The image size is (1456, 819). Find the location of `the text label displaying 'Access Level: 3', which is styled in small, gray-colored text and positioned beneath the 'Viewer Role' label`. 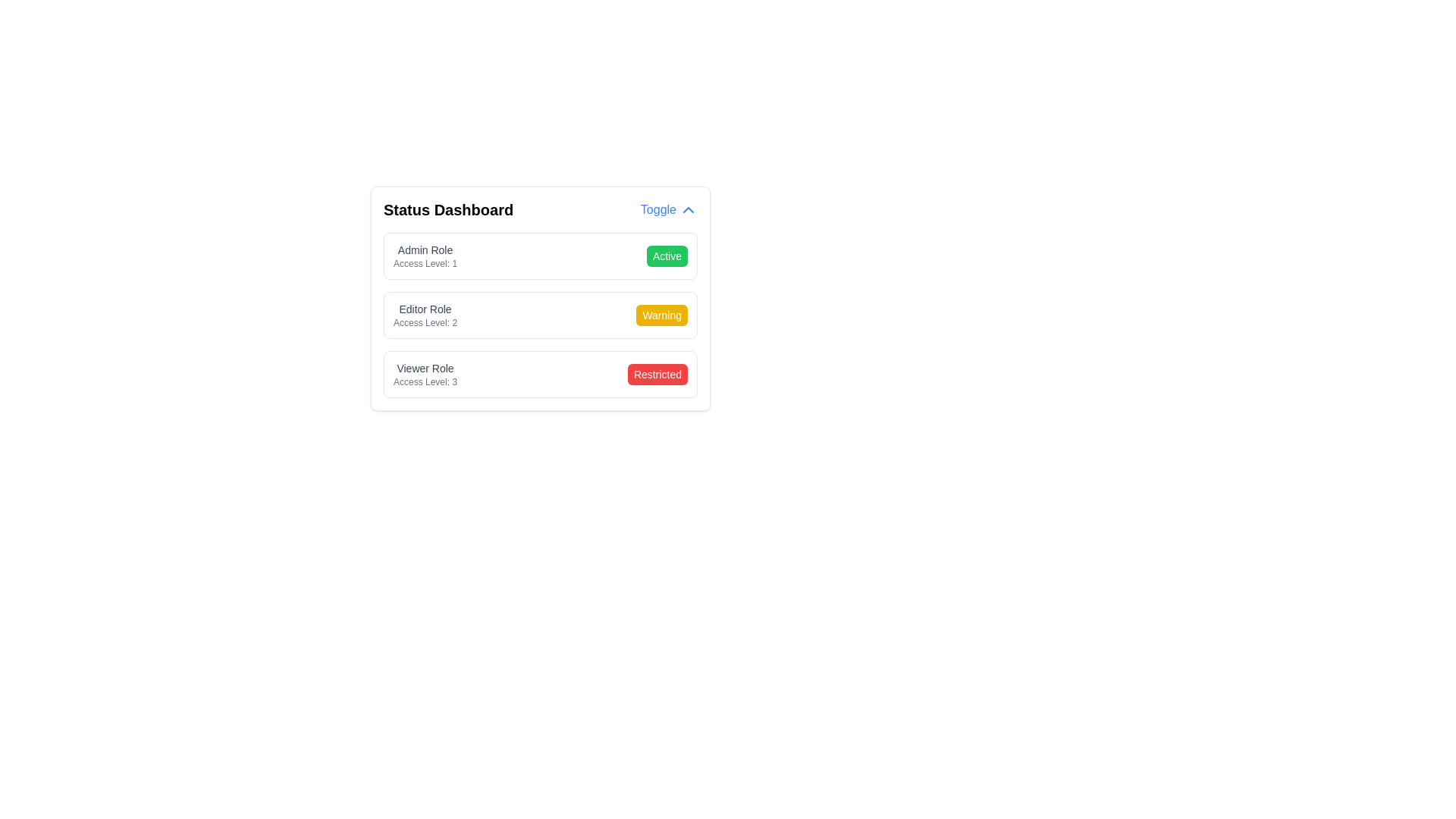

the text label displaying 'Access Level: 3', which is styled in small, gray-colored text and positioned beneath the 'Viewer Role' label is located at coordinates (425, 381).